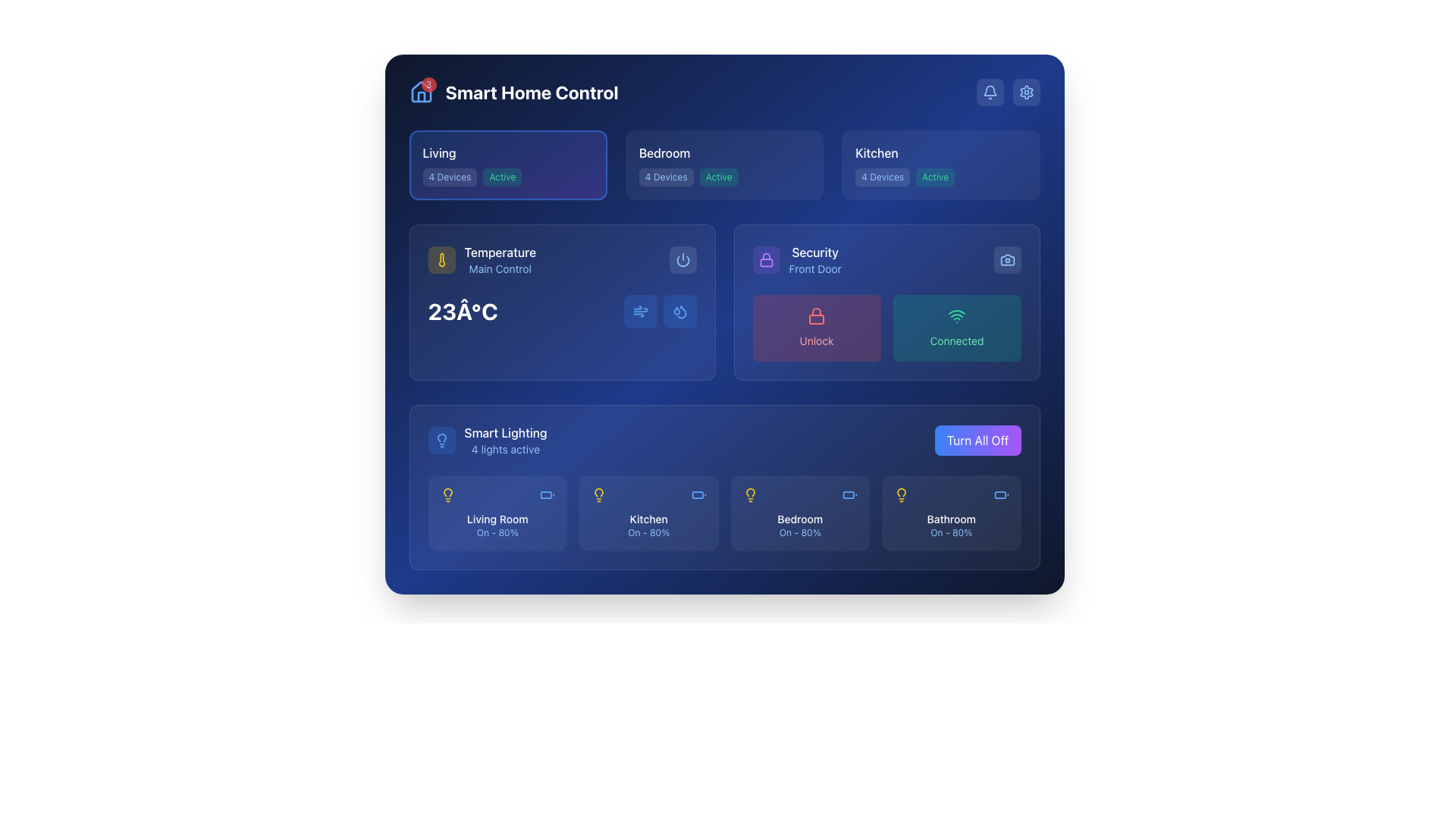 The image size is (1456, 819). Describe the element at coordinates (502, 177) in the screenshot. I see `the Status Indicator Badge that has a light green background and the word 'Active' in green text, located immediately to the right of the '4 Devices' badge in the 'Living' section` at that location.